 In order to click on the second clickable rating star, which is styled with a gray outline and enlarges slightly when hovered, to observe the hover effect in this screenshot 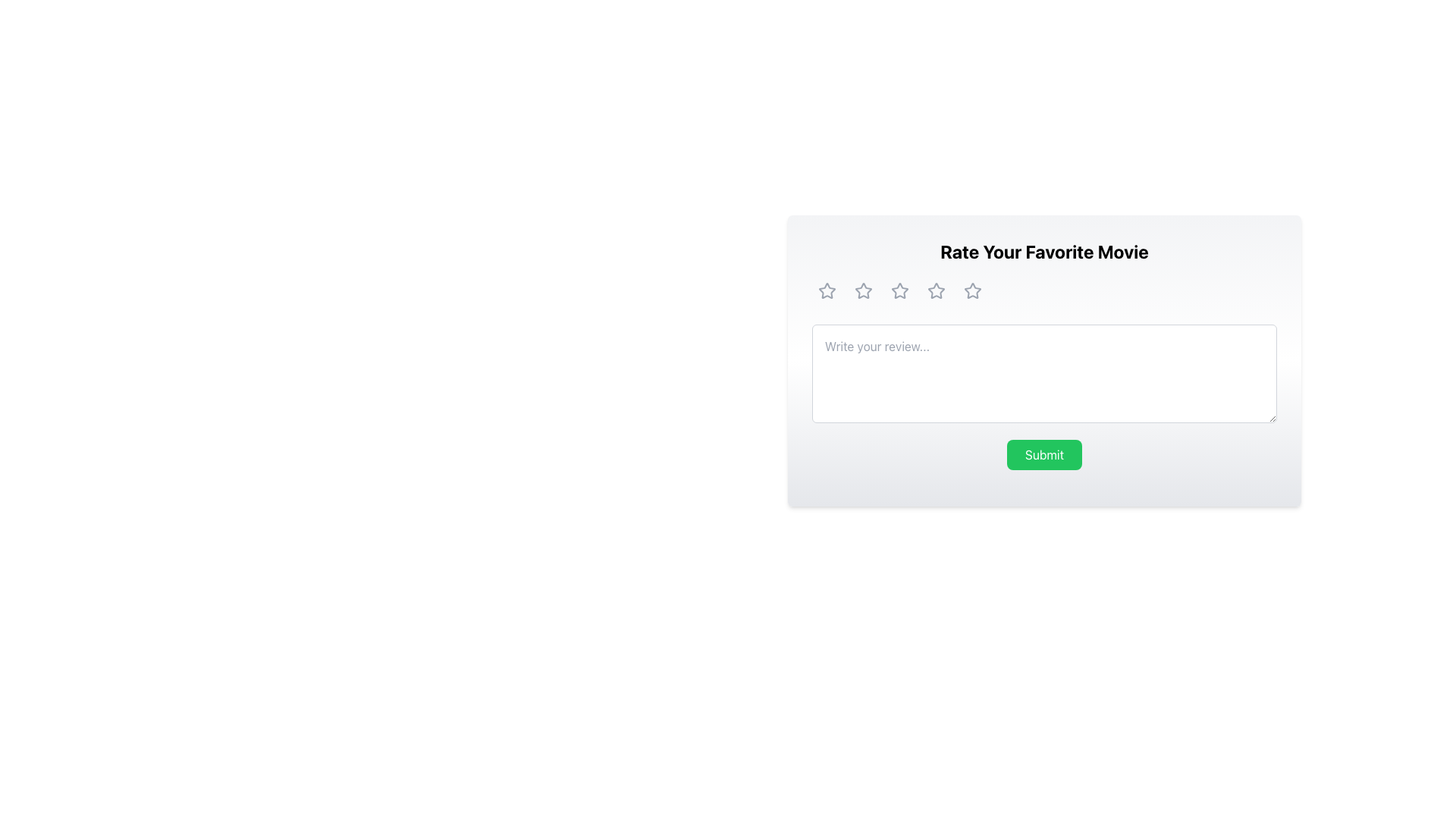, I will do `click(863, 291)`.